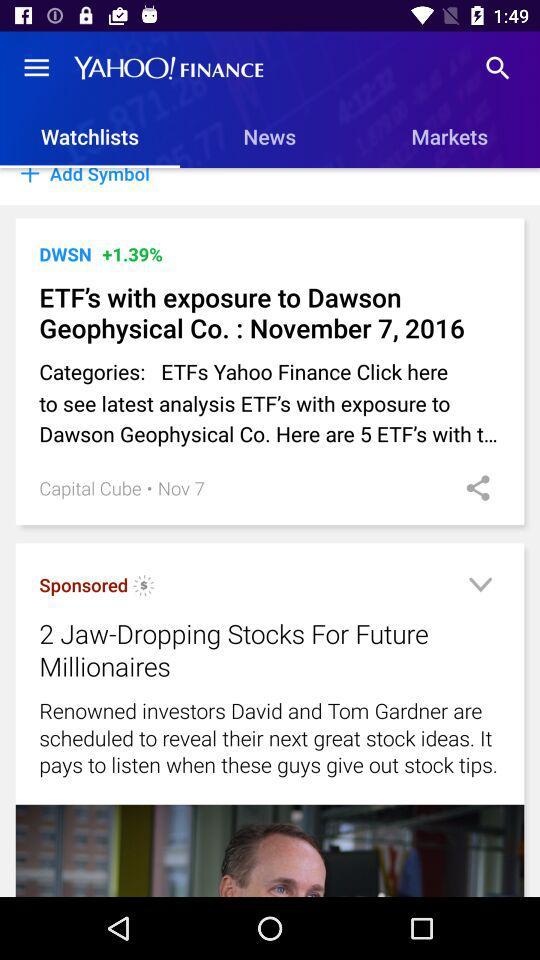  Describe the element at coordinates (270, 186) in the screenshot. I see `the add symbol` at that location.